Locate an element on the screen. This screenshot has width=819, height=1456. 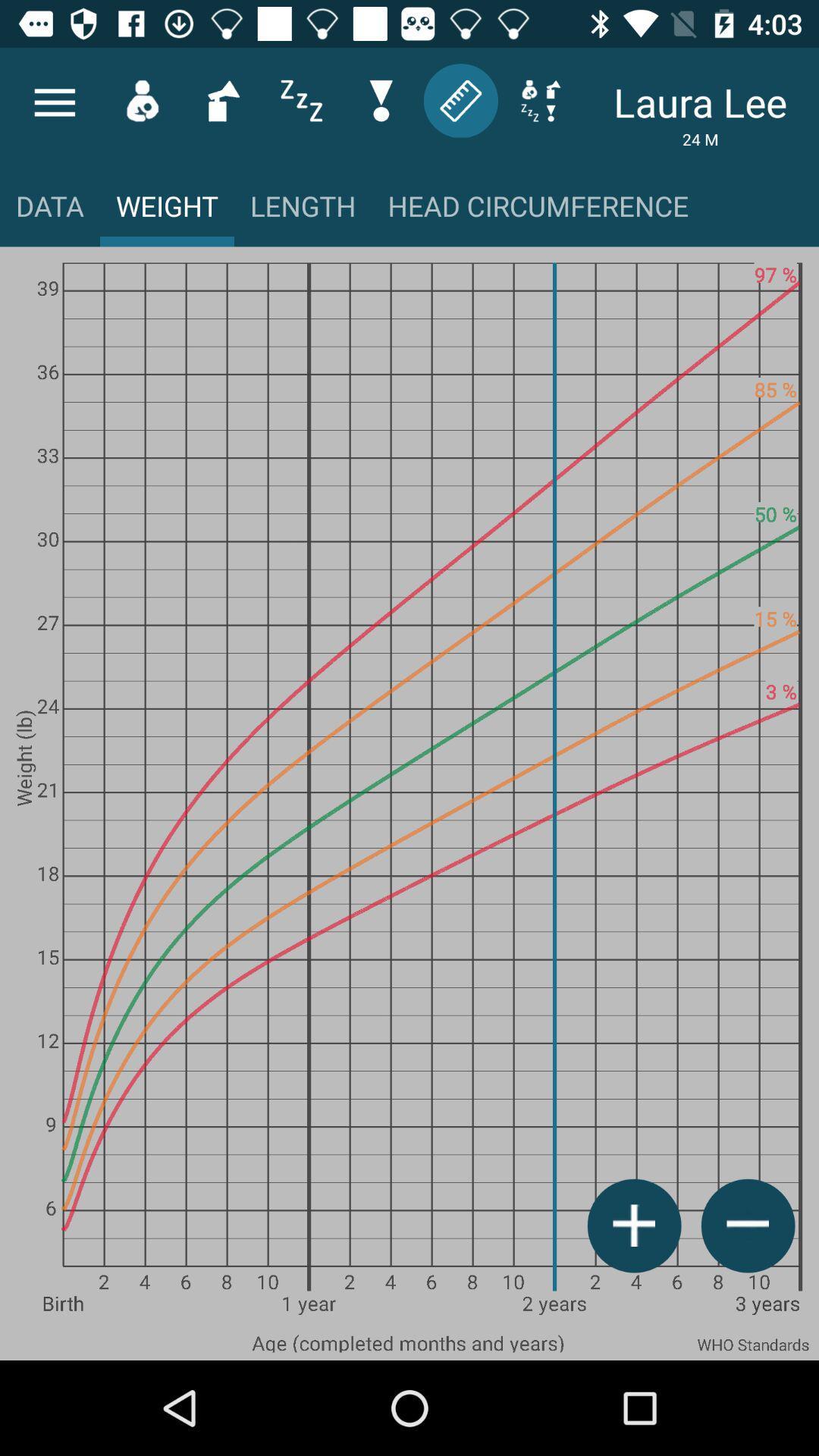
the menu icon is located at coordinates (54, 102).